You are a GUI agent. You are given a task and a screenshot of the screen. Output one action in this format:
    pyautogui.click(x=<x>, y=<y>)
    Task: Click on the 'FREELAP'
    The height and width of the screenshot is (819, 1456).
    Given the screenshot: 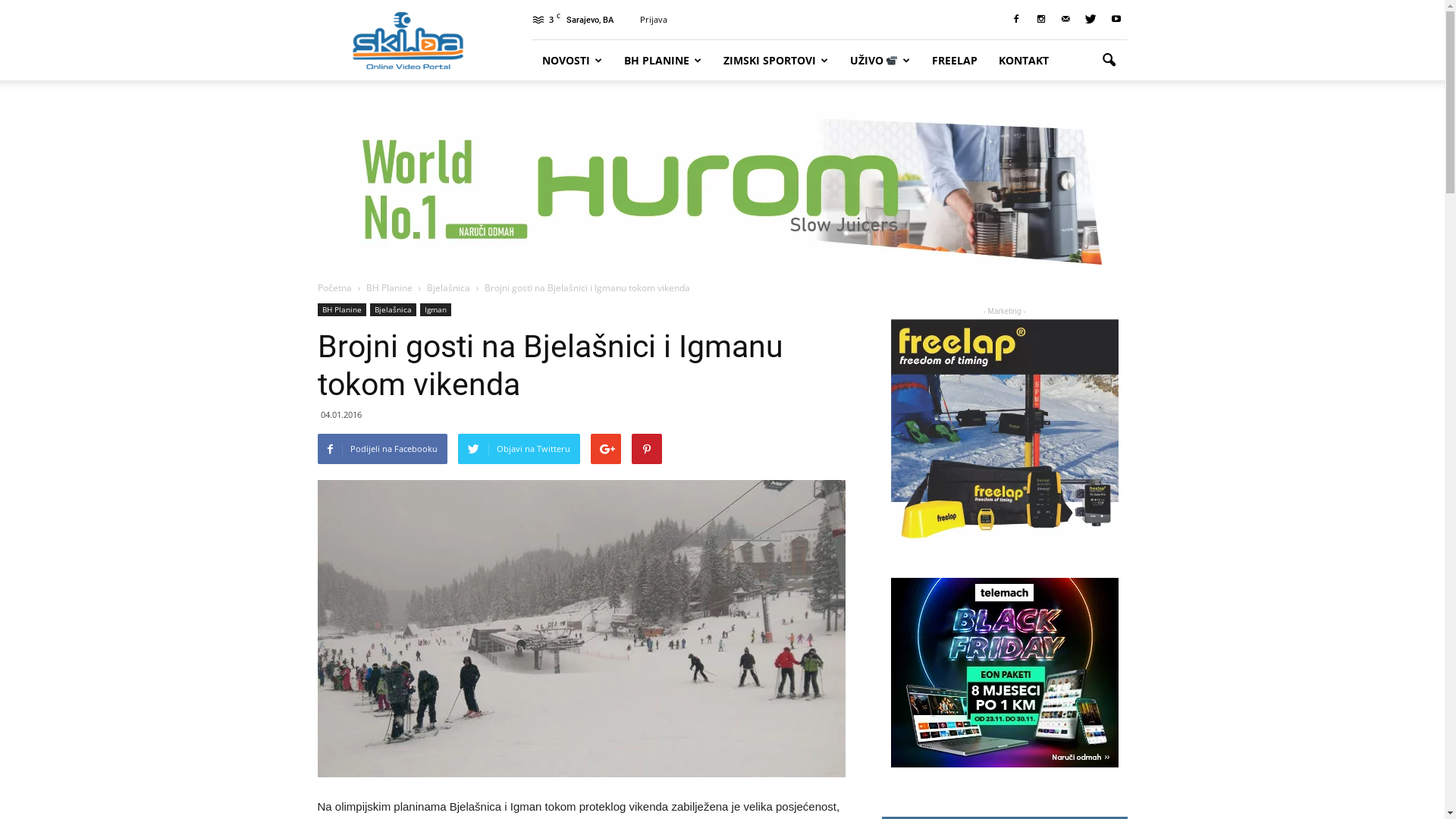 What is the action you would take?
    pyautogui.click(x=920, y=59)
    